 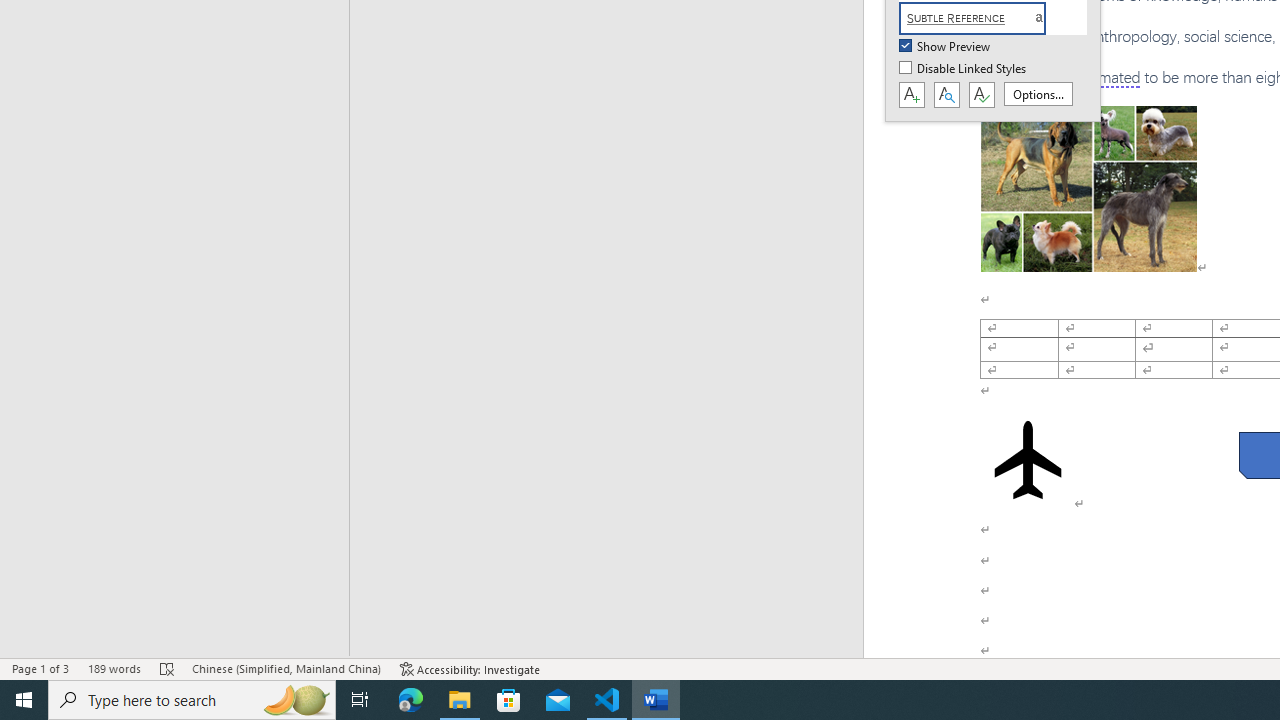 What do you see at coordinates (981, 95) in the screenshot?
I see `'Class: NetUIButton'` at bounding box center [981, 95].